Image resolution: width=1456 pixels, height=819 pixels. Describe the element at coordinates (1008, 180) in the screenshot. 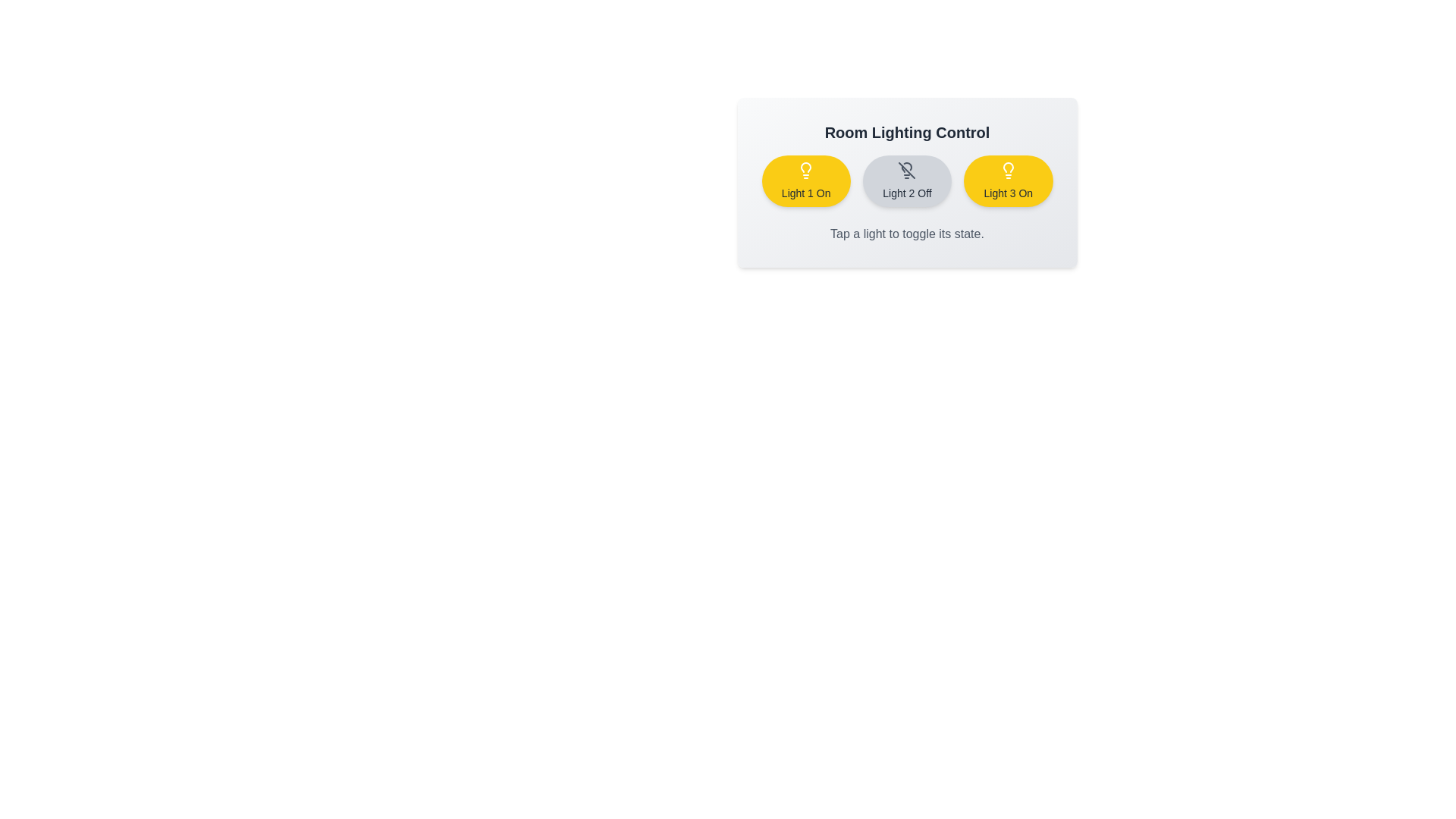

I see `the button corresponding to Light 3 to toggle its state` at that location.